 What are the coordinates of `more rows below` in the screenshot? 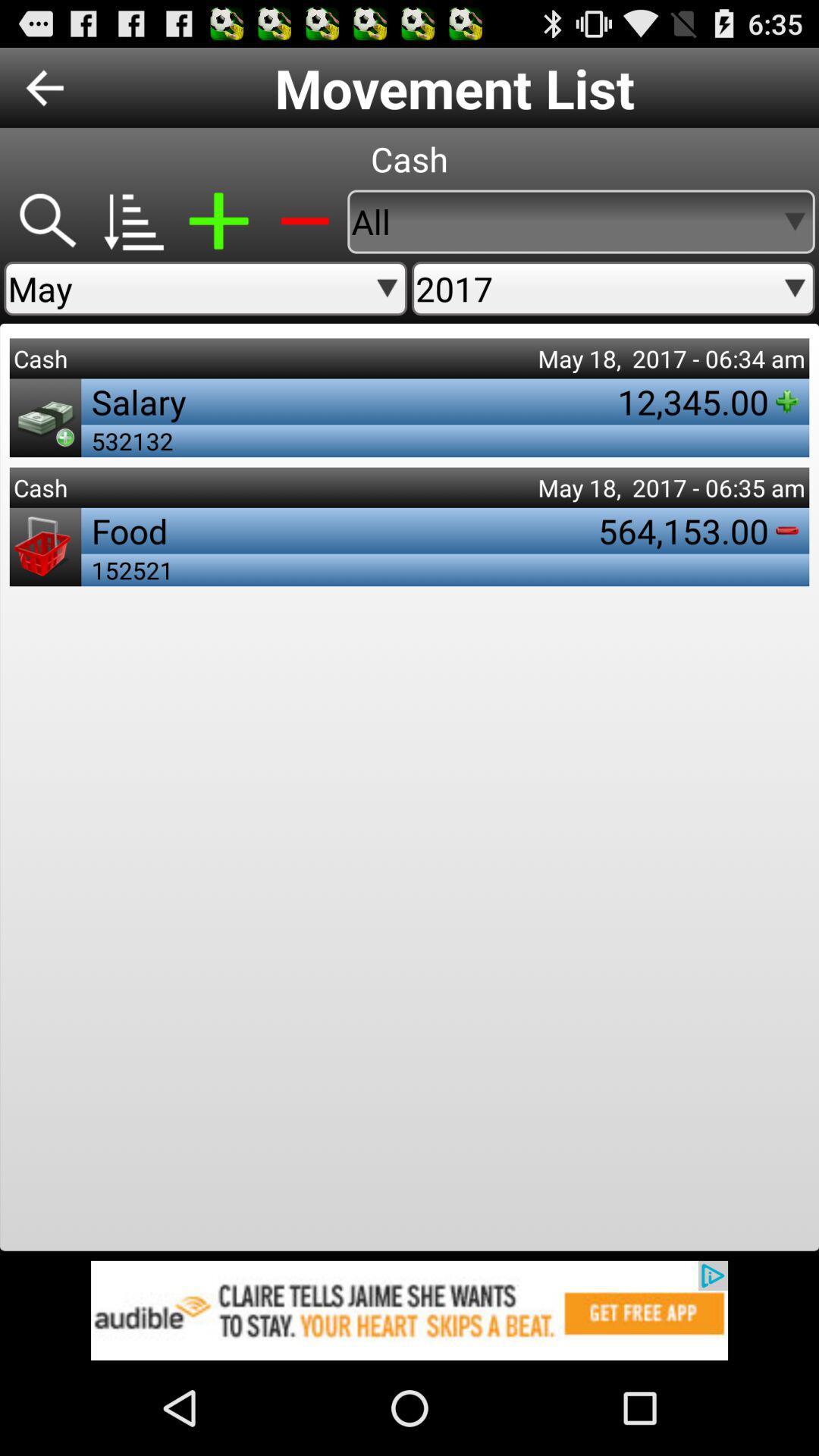 It's located at (132, 221).